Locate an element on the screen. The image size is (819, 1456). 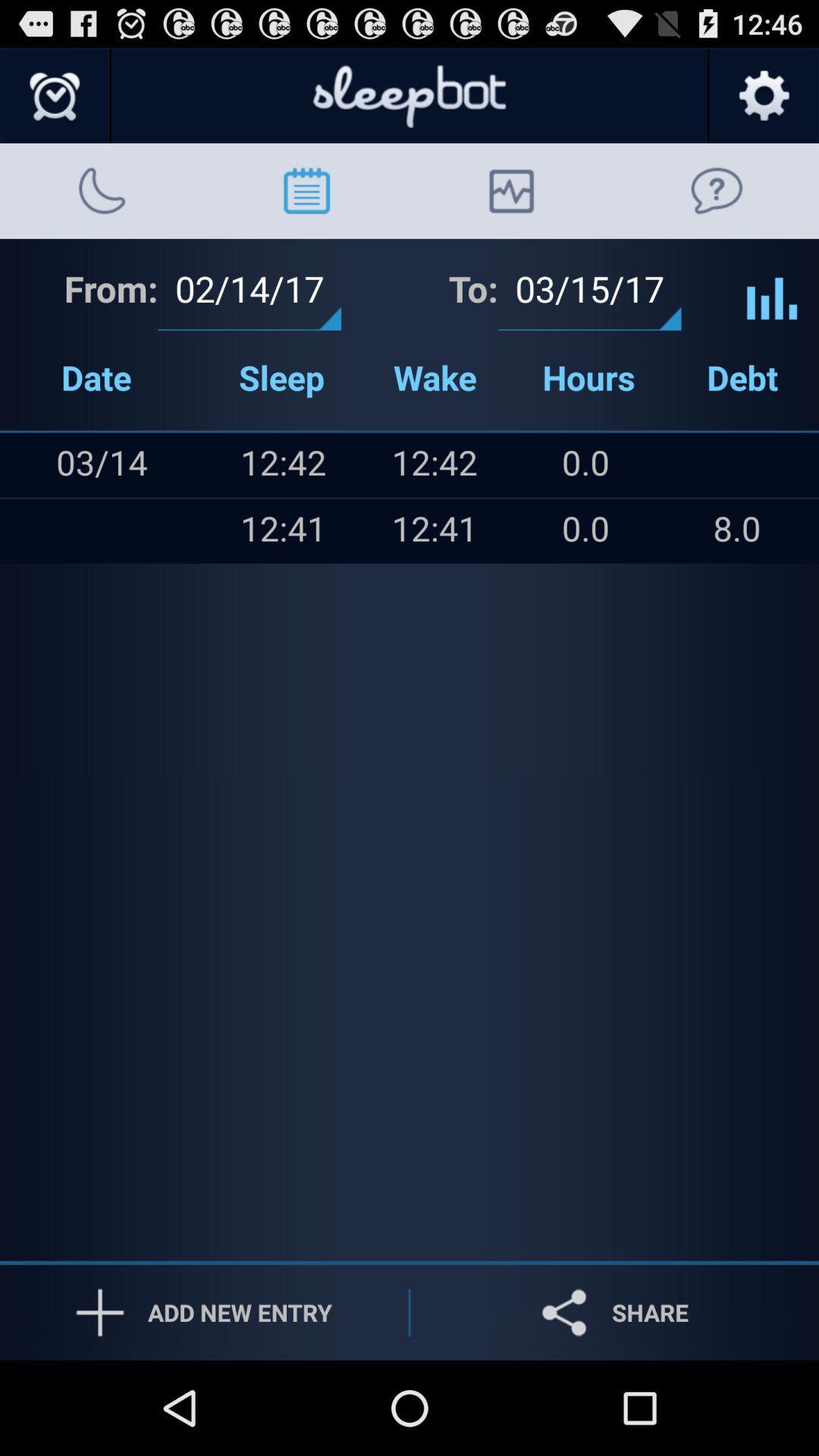
item next to the   icon is located at coordinates (130, 531).